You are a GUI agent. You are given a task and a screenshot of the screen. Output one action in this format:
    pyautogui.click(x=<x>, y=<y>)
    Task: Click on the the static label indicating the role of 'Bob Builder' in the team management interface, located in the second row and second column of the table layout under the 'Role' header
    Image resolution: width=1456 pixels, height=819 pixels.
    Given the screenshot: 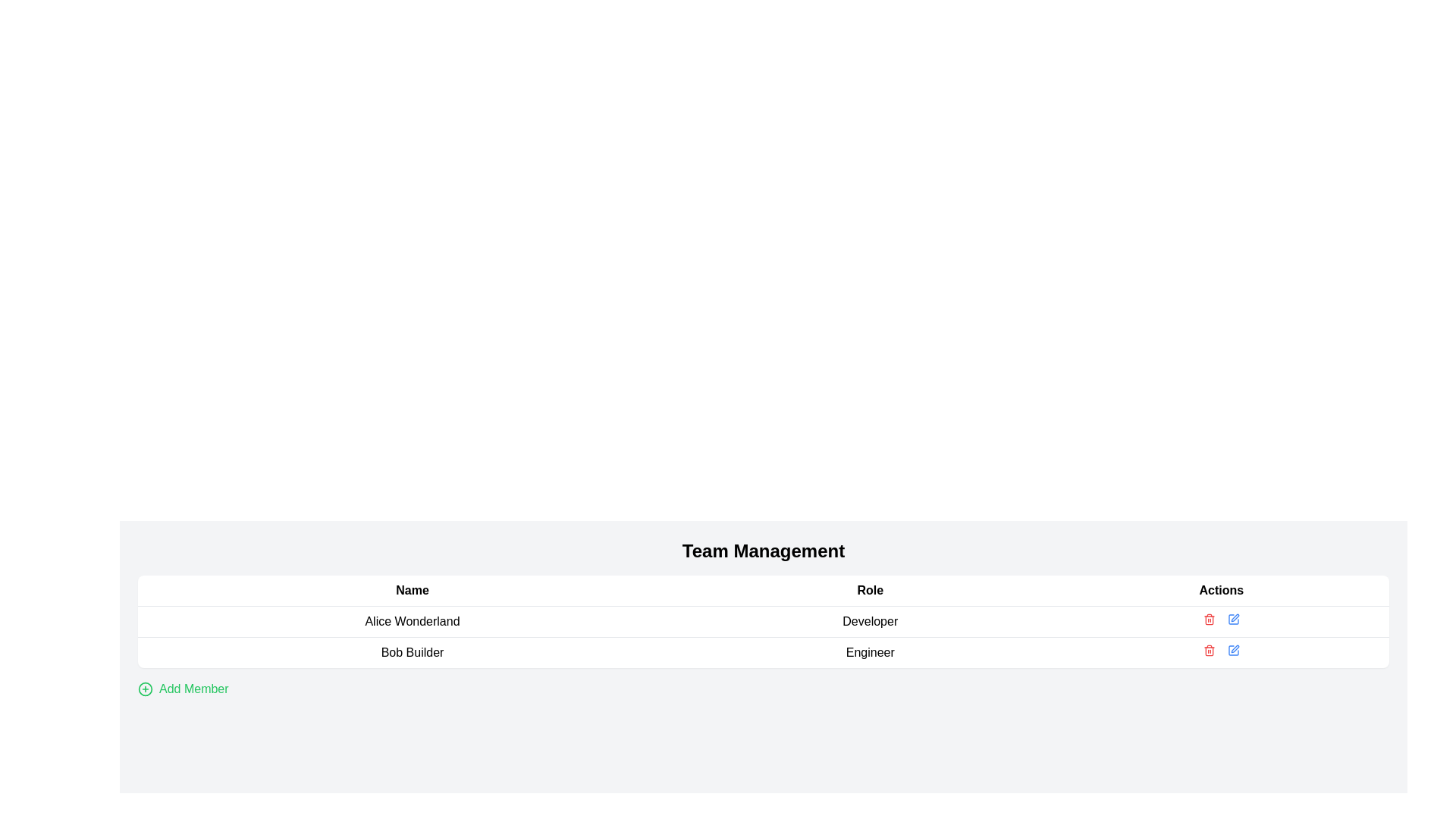 What is the action you would take?
    pyautogui.click(x=870, y=651)
    